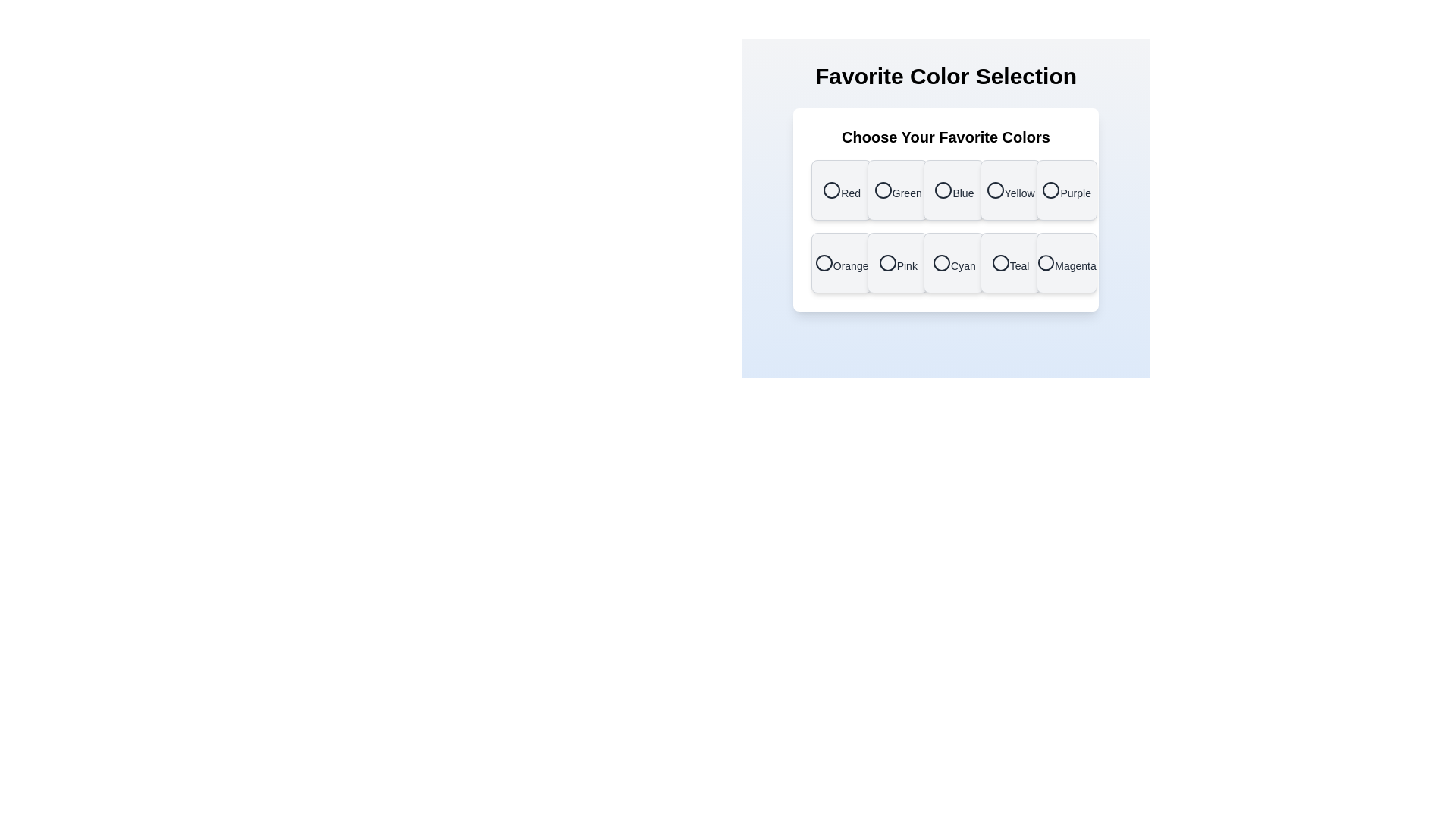 Image resolution: width=1456 pixels, height=819 pixels. Describe the element at coordinates (953, 189) in the screenshot. I see `the color Blue` at that location.